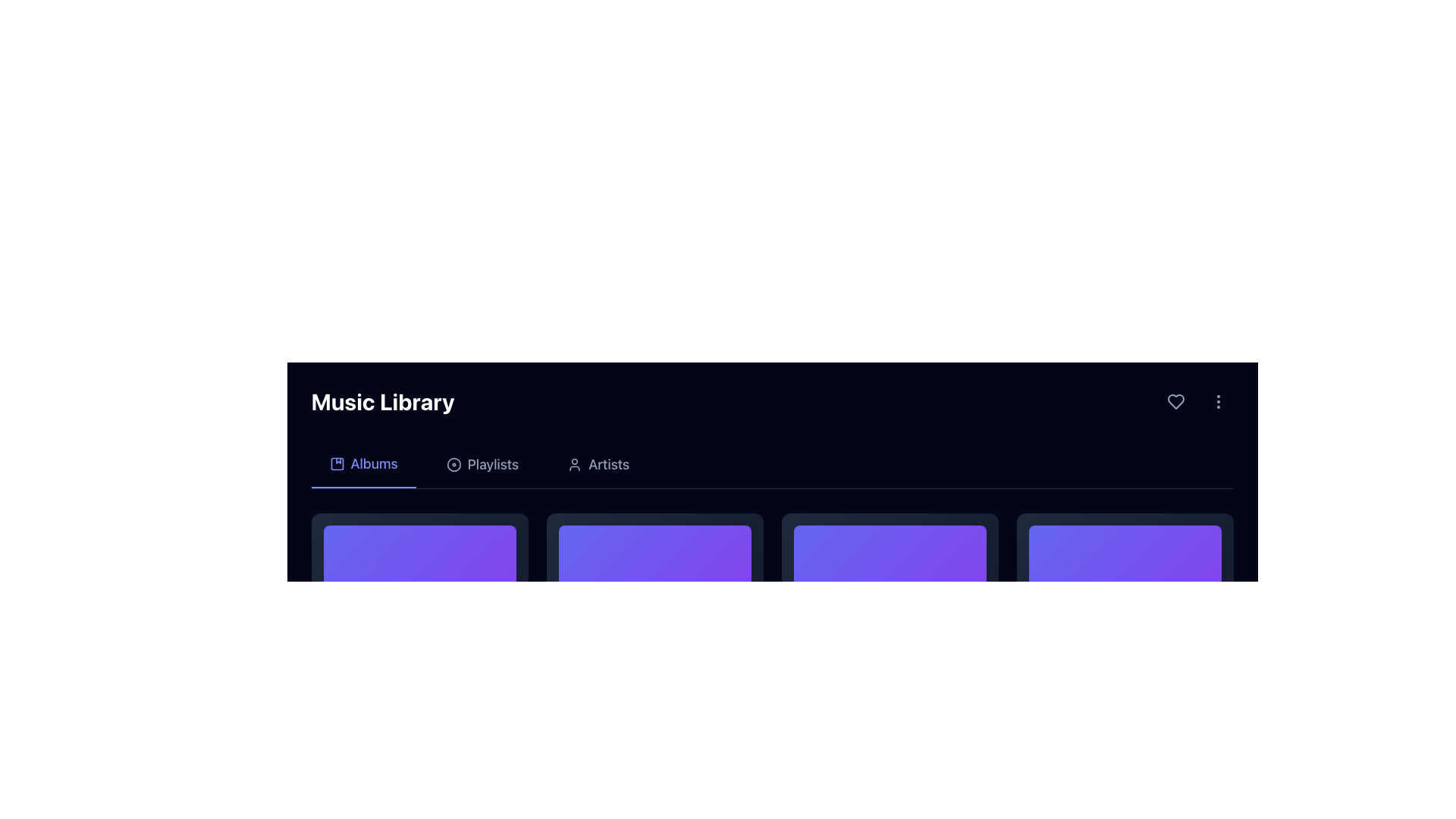  I want to click on the button represented by a vertically aligned ellipsis icon made up of three evenly spaced circles, located at the top-right corner of the interface, to change its color, so click(1218, 400).